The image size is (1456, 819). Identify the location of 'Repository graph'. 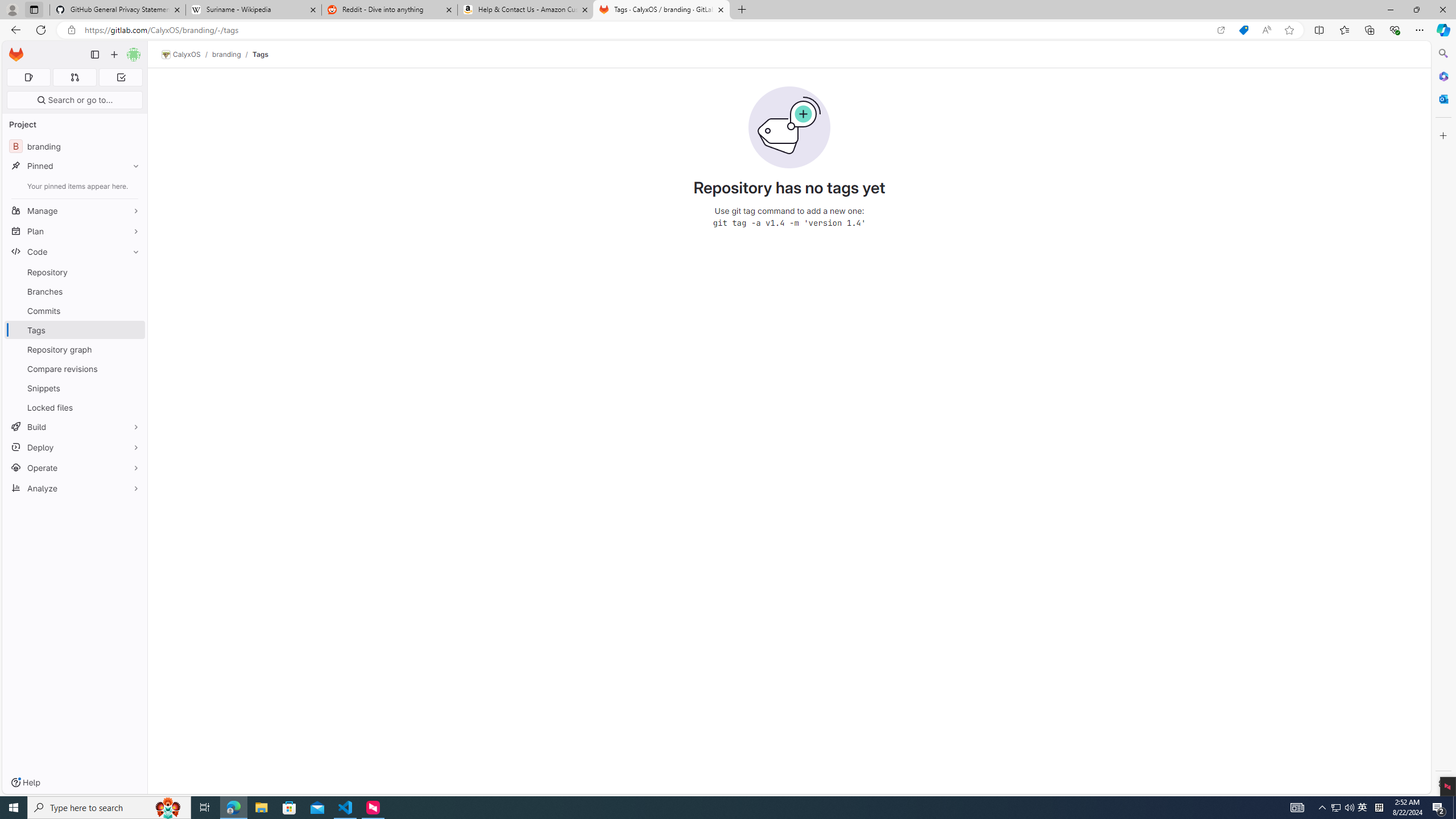
(74, 349).